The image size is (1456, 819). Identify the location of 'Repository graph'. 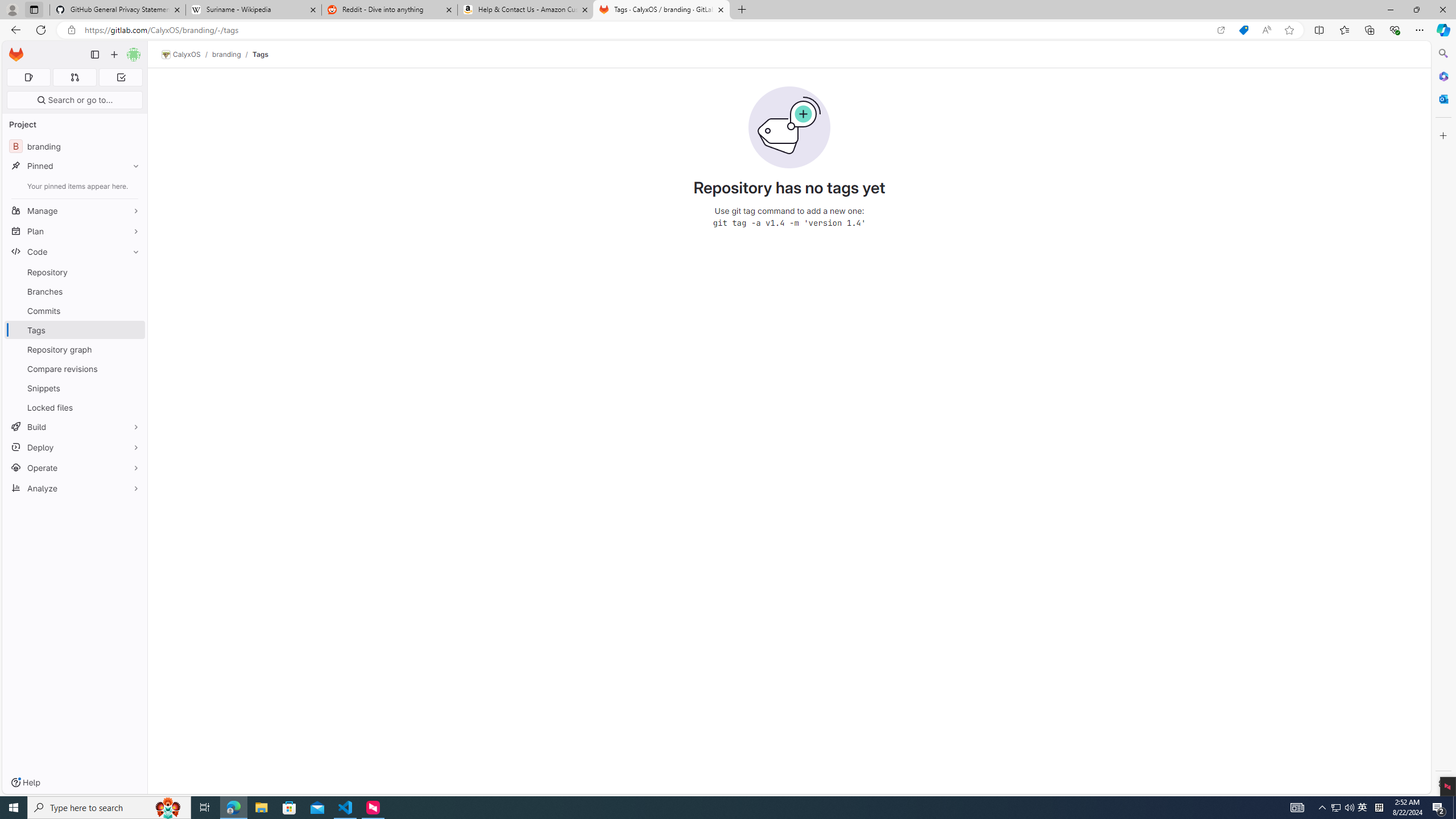
(74, 349).